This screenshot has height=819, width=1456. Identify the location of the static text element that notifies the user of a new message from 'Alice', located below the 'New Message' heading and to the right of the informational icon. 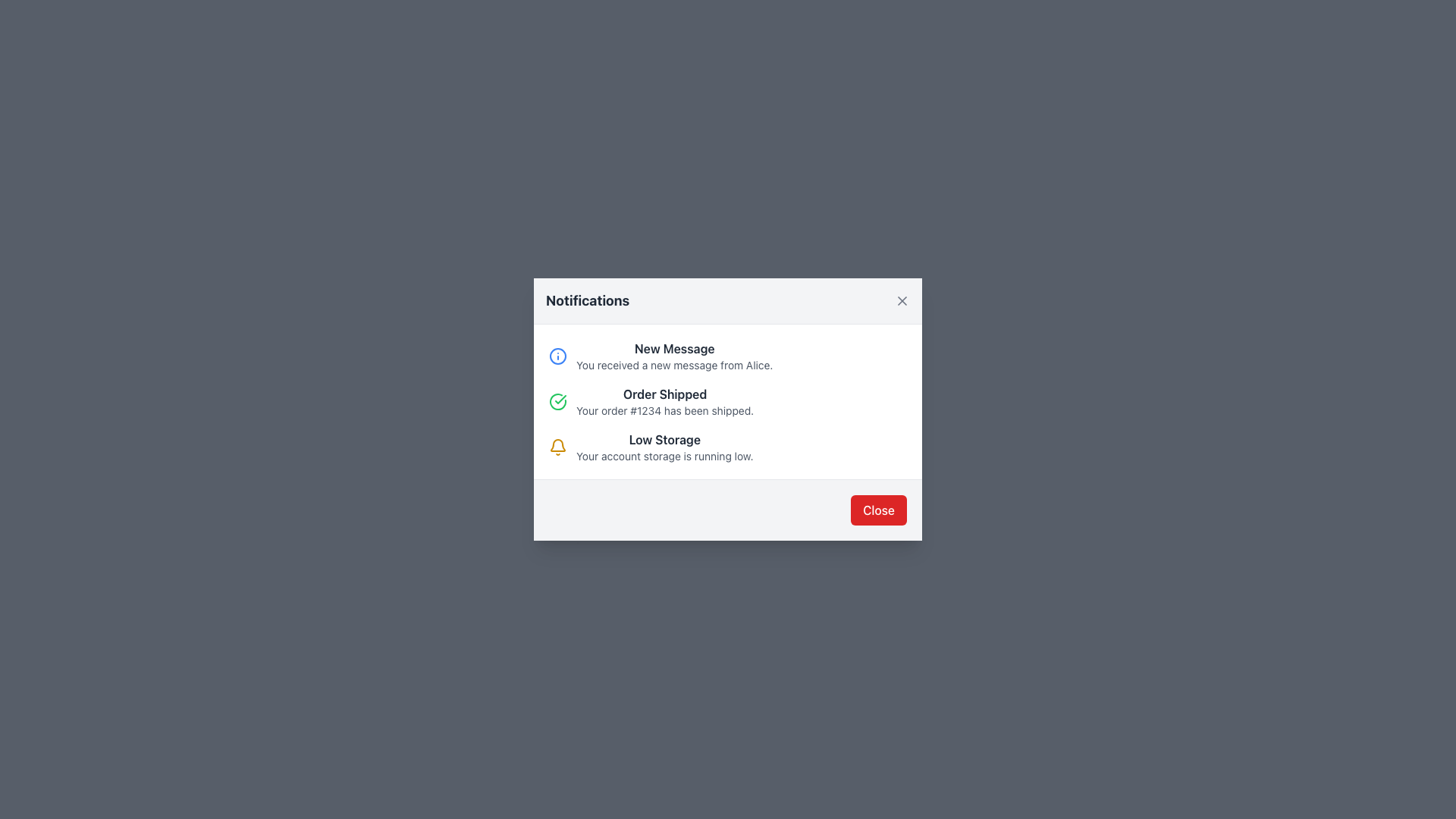
(673, 366).